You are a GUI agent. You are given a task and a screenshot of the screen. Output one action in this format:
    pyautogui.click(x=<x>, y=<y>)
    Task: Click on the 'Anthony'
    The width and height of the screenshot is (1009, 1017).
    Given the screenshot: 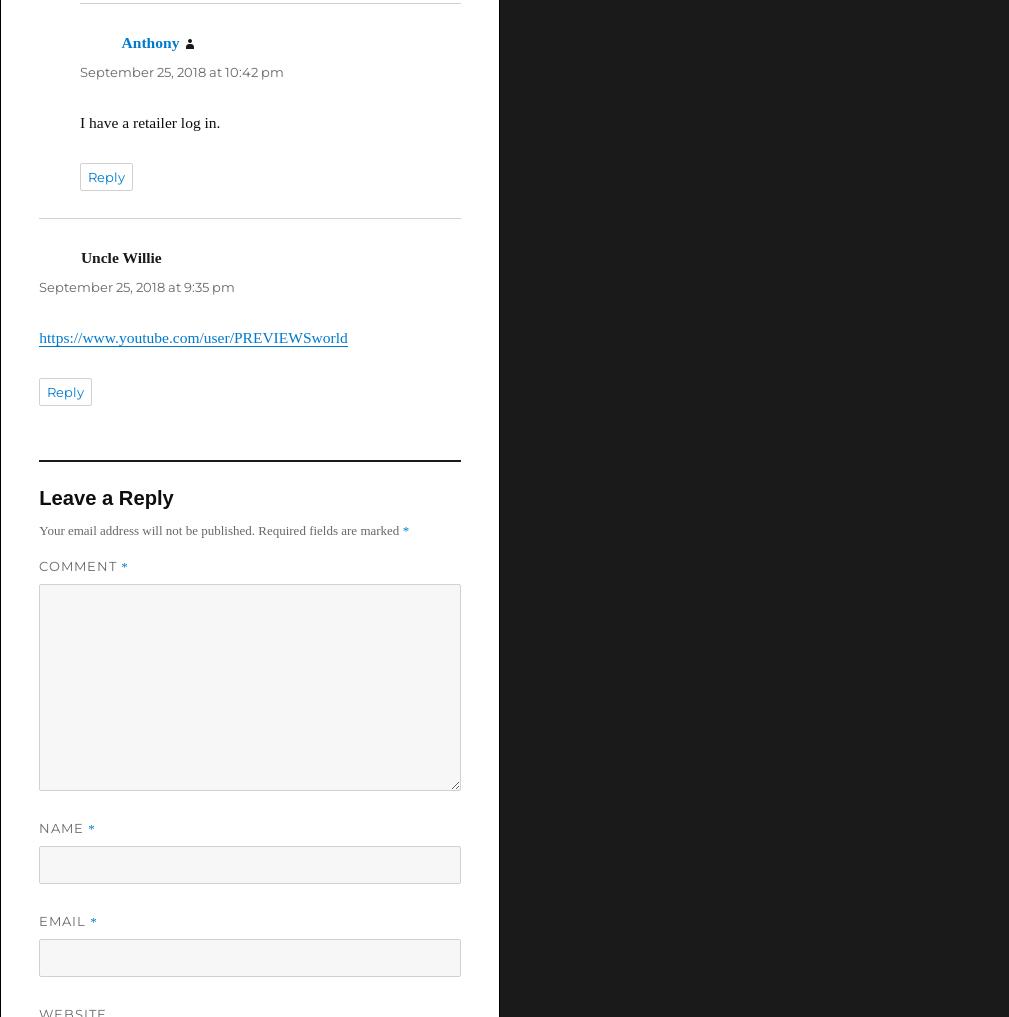 What is the action you would take?
    pyautogui.click(x=149, y=40)
    